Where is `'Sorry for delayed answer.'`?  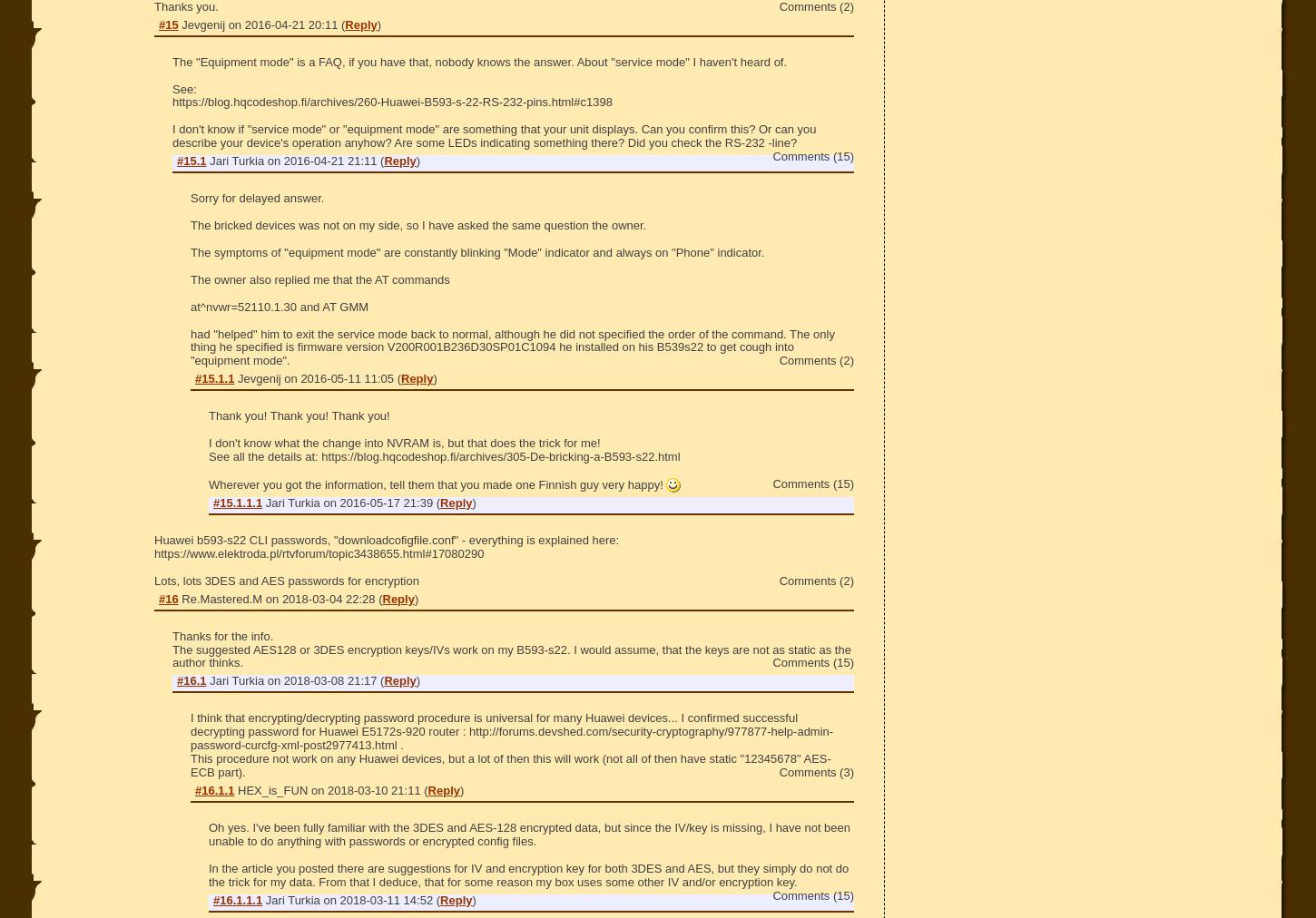 'Sorry for delayed answer.' is located at coordinates (257, 198).